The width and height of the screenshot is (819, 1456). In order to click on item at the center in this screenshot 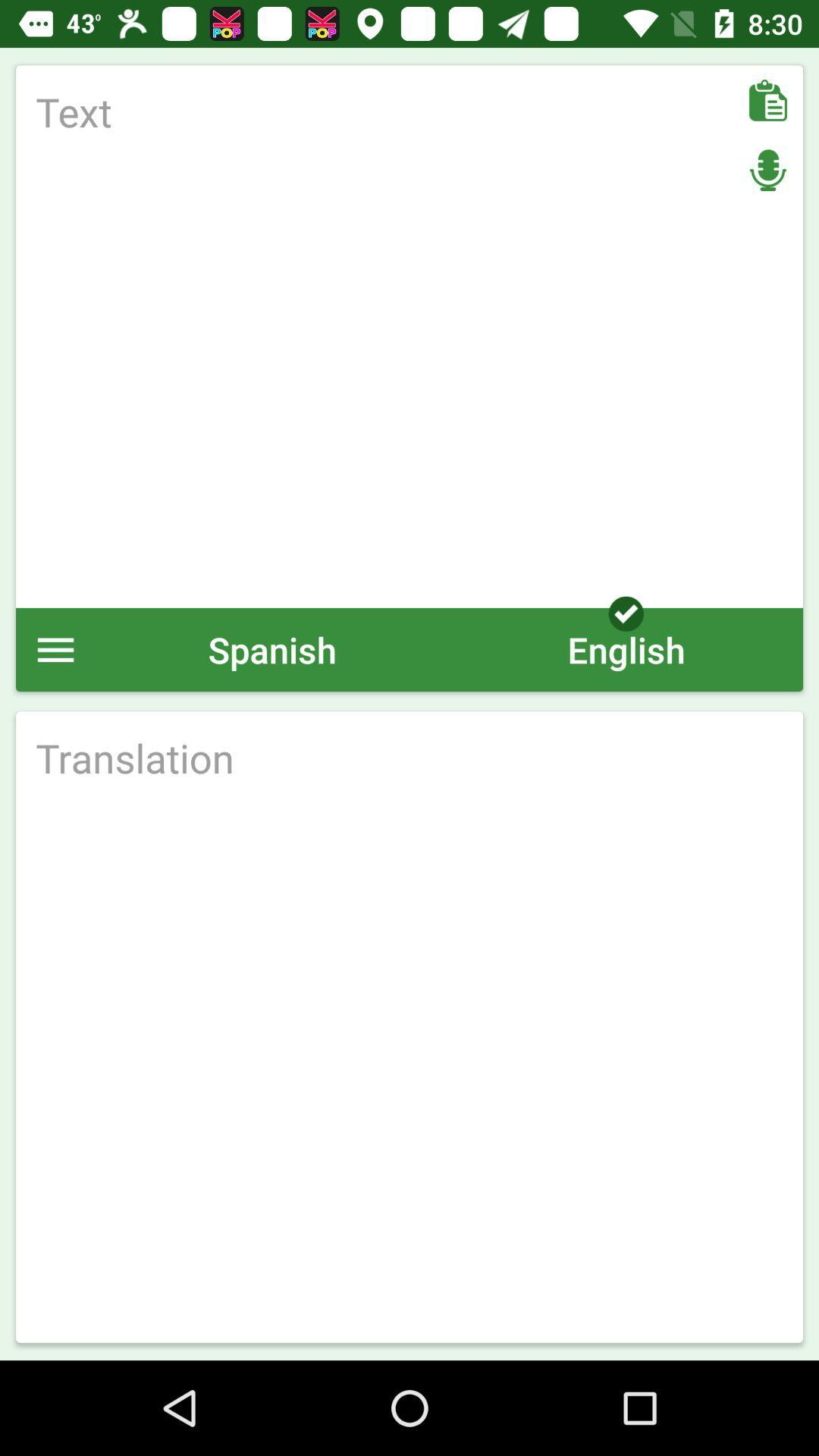, I will do `click(409, 758)`.